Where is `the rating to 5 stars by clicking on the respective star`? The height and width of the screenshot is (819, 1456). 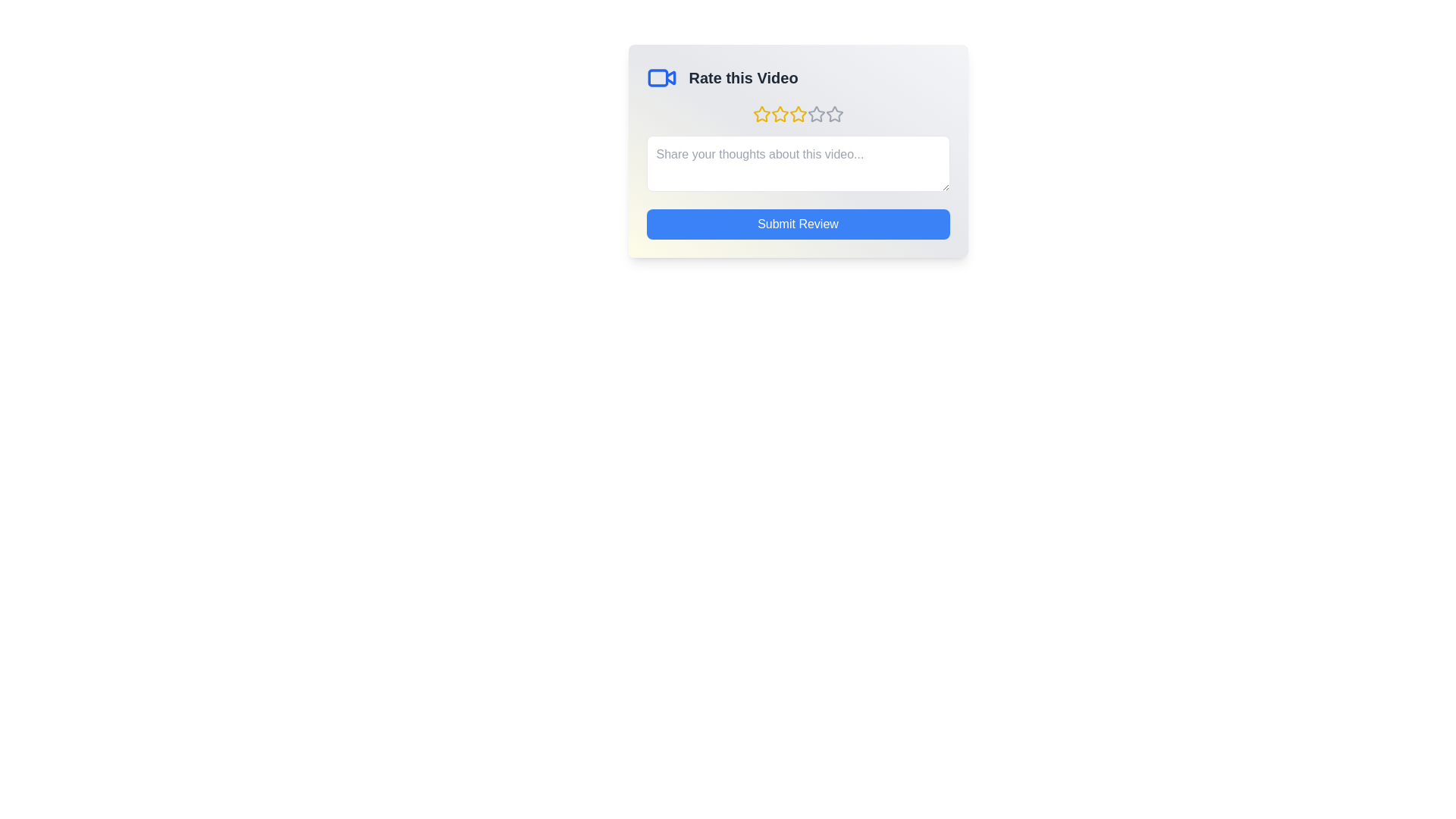 the rating to 5 stars by clicking on the respective star is located at coordinates (833, 113).